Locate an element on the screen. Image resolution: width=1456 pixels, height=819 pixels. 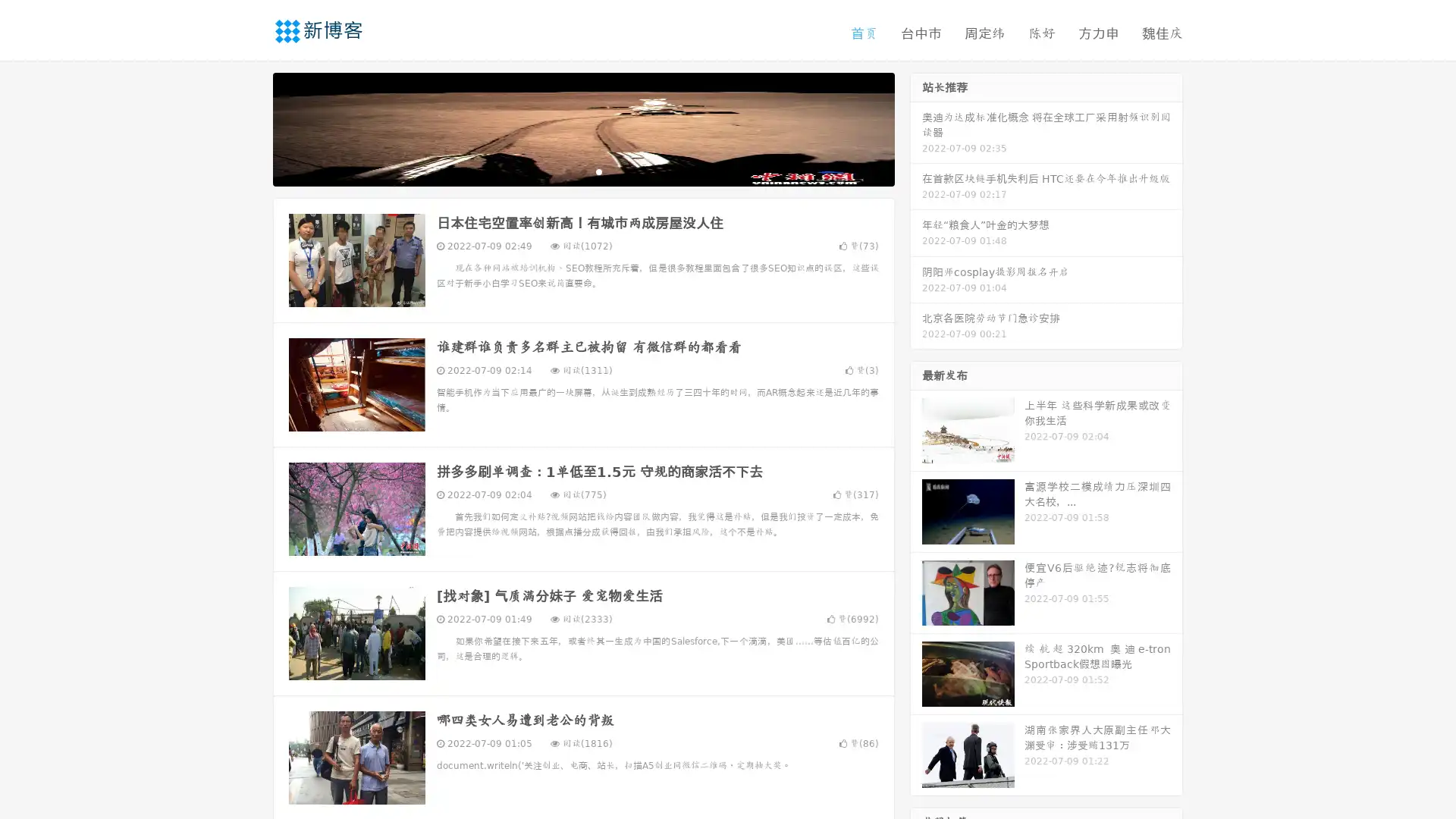
Next slide is located at coordinates (916, 127).